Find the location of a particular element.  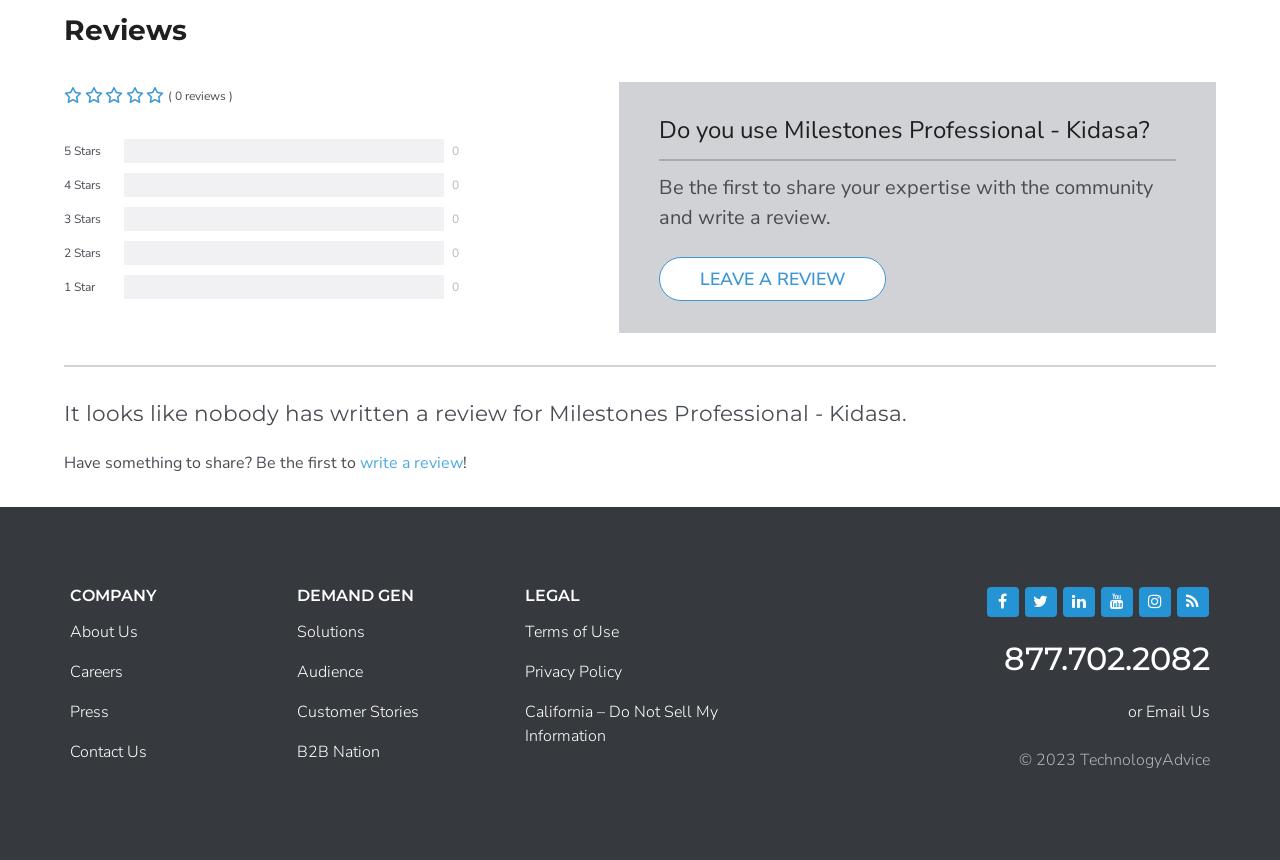

'Audience' is located at coordinates (329, 672).